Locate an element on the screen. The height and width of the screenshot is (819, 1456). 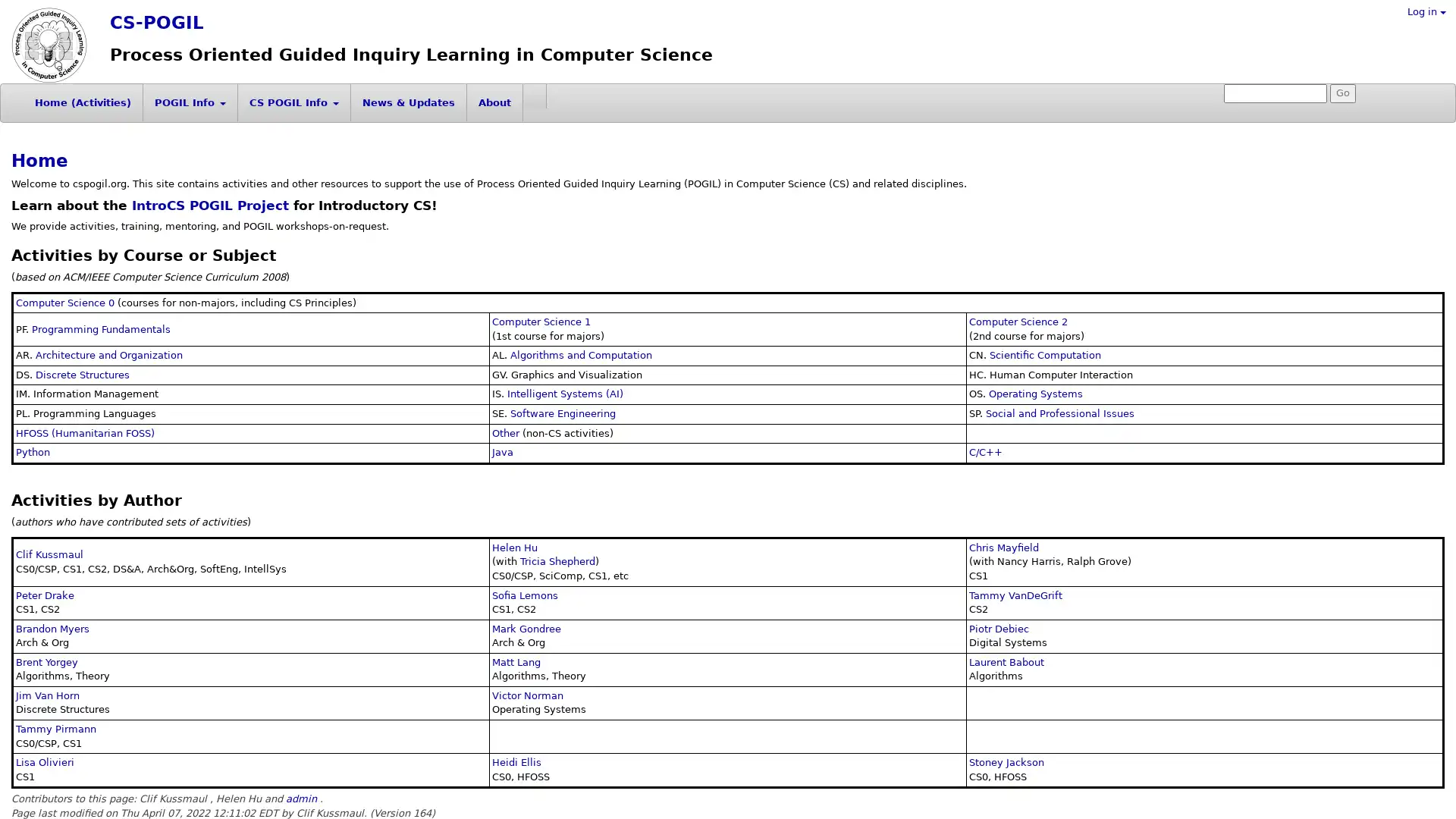
Go is located at coordinates (1343, 93).